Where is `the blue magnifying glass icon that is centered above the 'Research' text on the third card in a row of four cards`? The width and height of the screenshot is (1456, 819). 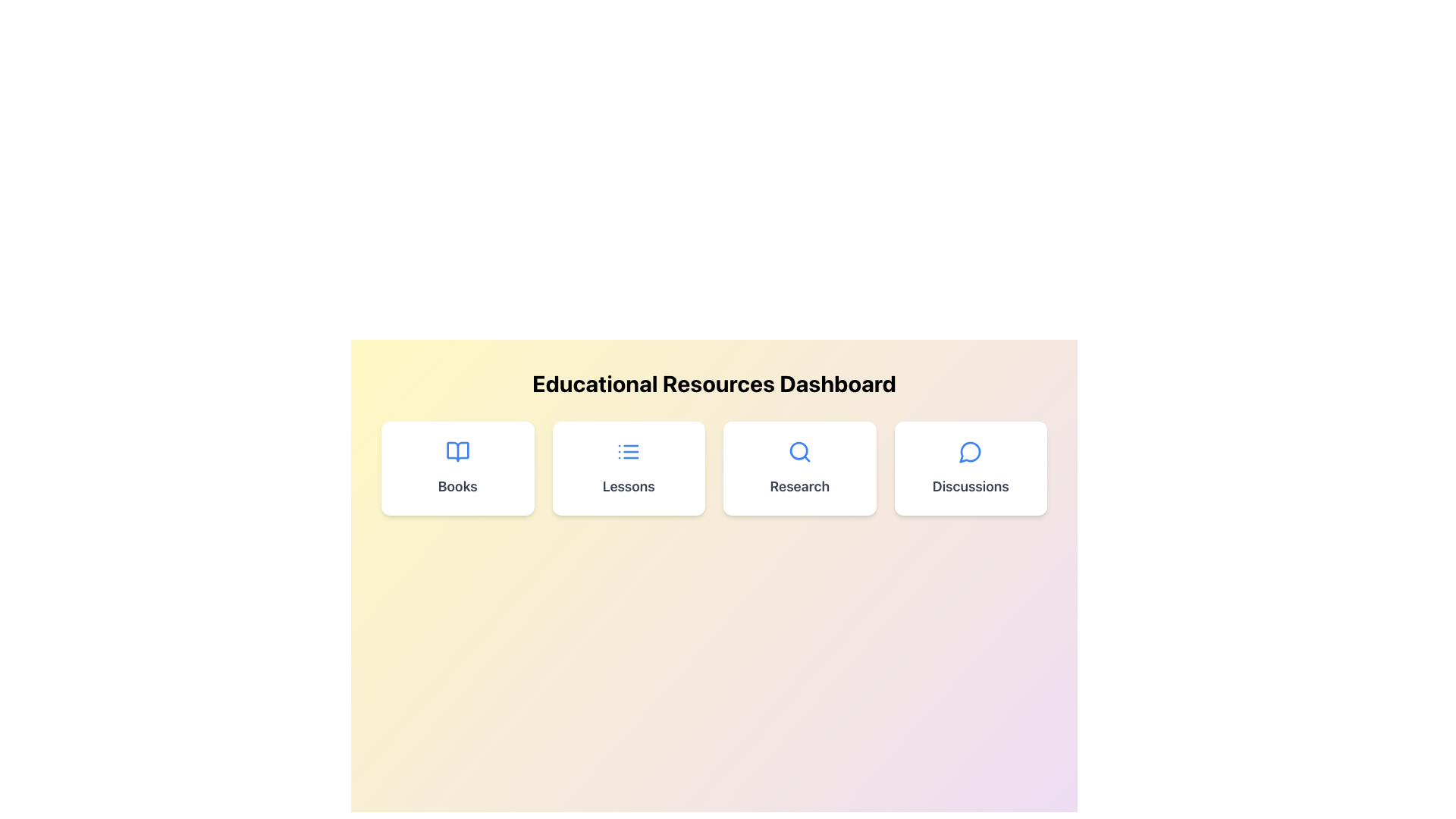 the blue magnifying glass icon that is centered above the 'Research' text on the third card in a row of four cards is located at coordinates (799, 451).